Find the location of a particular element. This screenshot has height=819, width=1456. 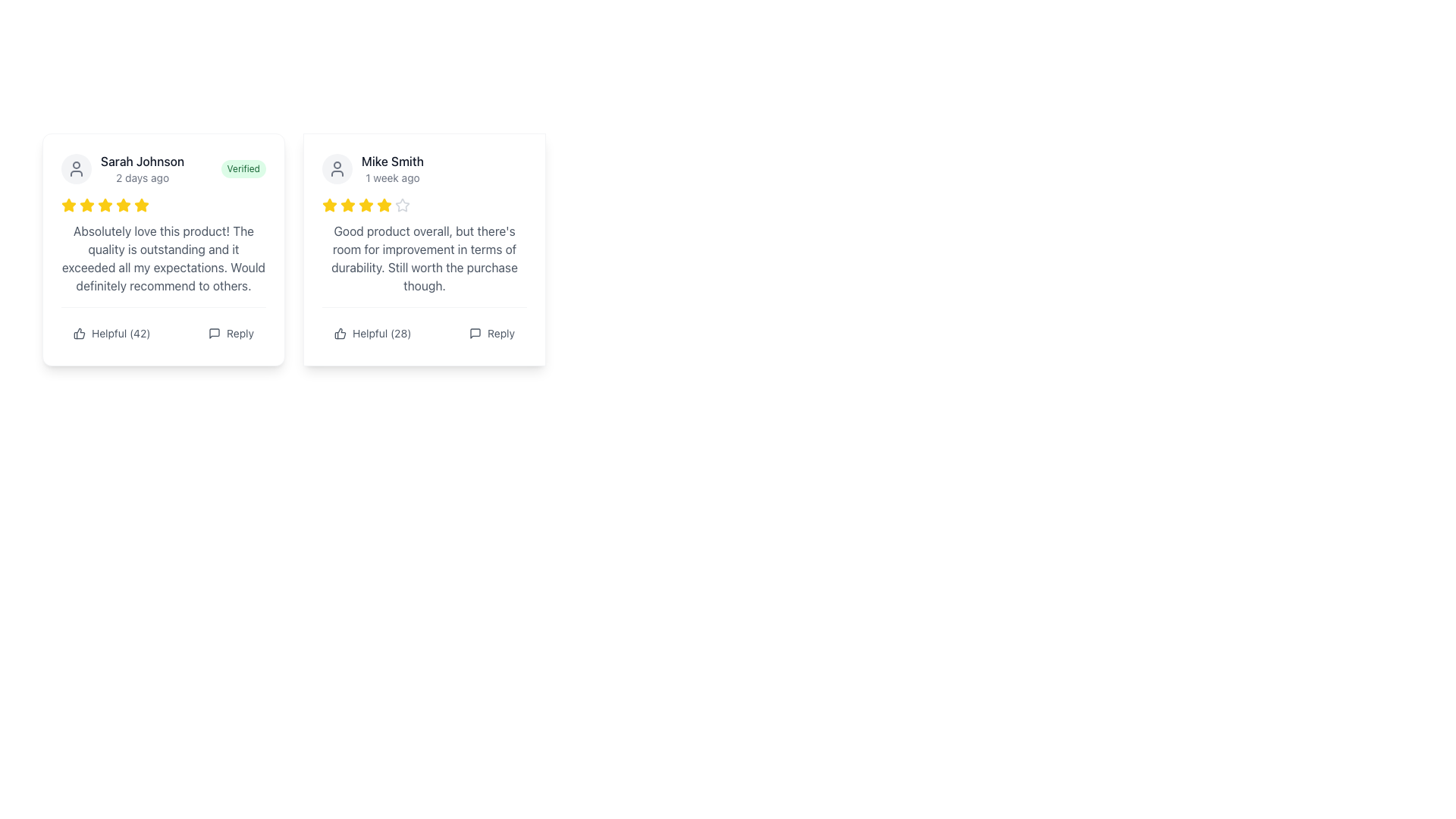

the thumbs-up icon located in the bottom-left section of the second user comment card, characterized by its dark gray or black outline and minimalist design is located at coordinates (339, 332).